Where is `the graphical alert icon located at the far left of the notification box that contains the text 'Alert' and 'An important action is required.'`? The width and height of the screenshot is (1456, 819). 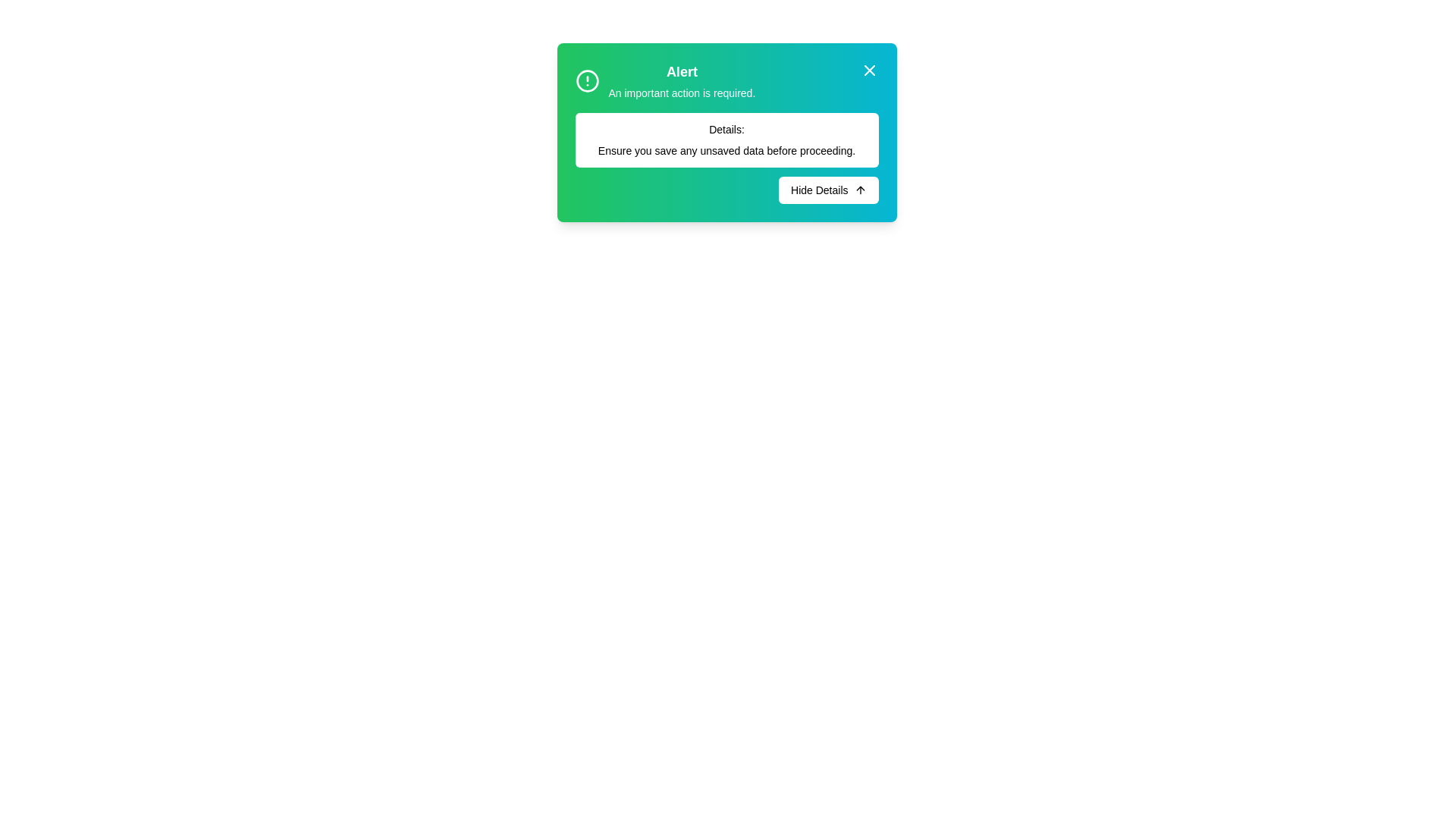 the graphical alert icon located at the far left of the notification box that contains the text 'Alert' and 'An important action is required.' is located at coordinates (586, 81).